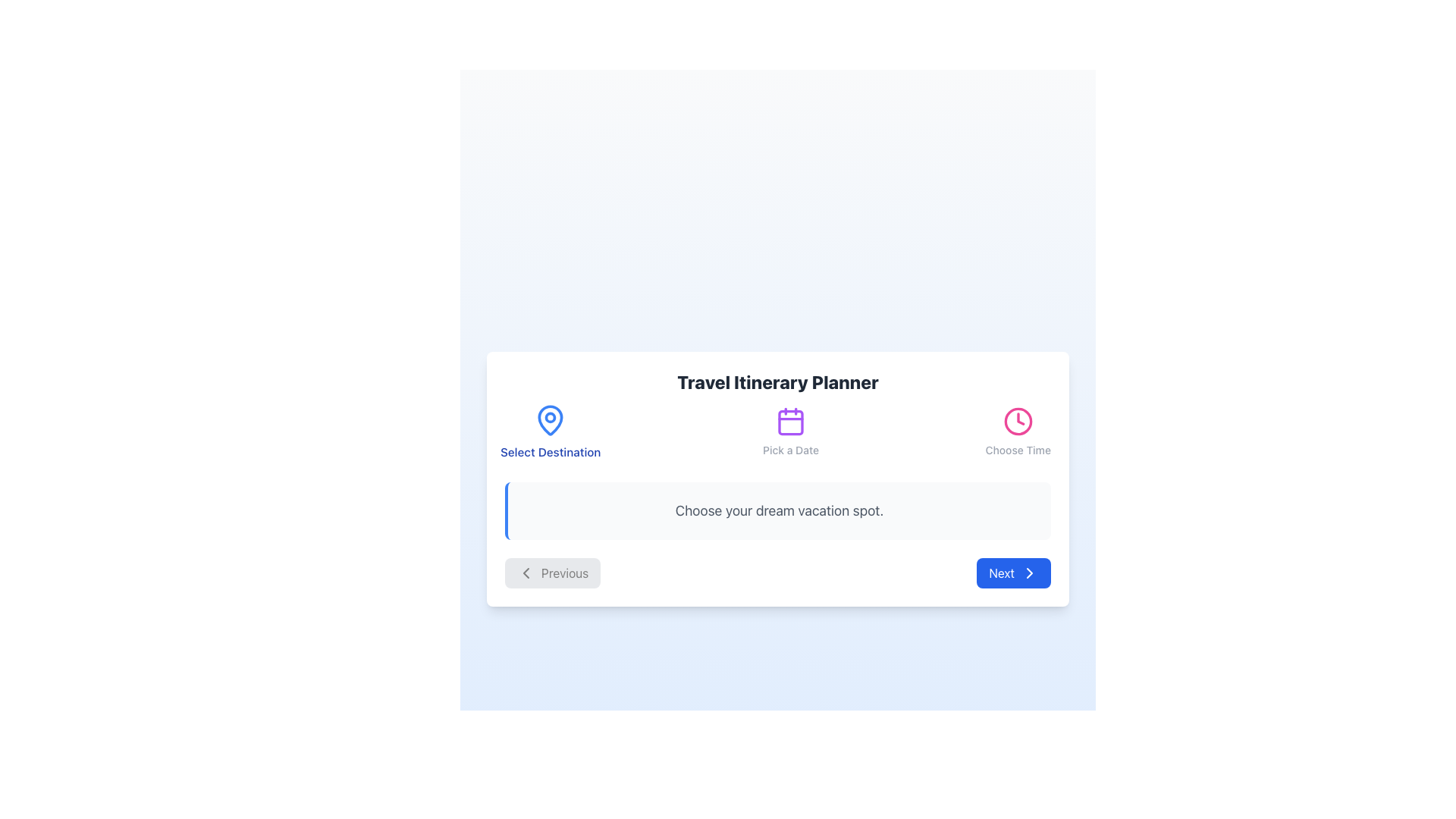 Image resolution: width=1456 pixels, height=819 pixels. Describe the element at coordinates (1018, 432) in the screenshot. I see `the circular pink clock icon with the text 'Choose Time' beneath it` at that location.